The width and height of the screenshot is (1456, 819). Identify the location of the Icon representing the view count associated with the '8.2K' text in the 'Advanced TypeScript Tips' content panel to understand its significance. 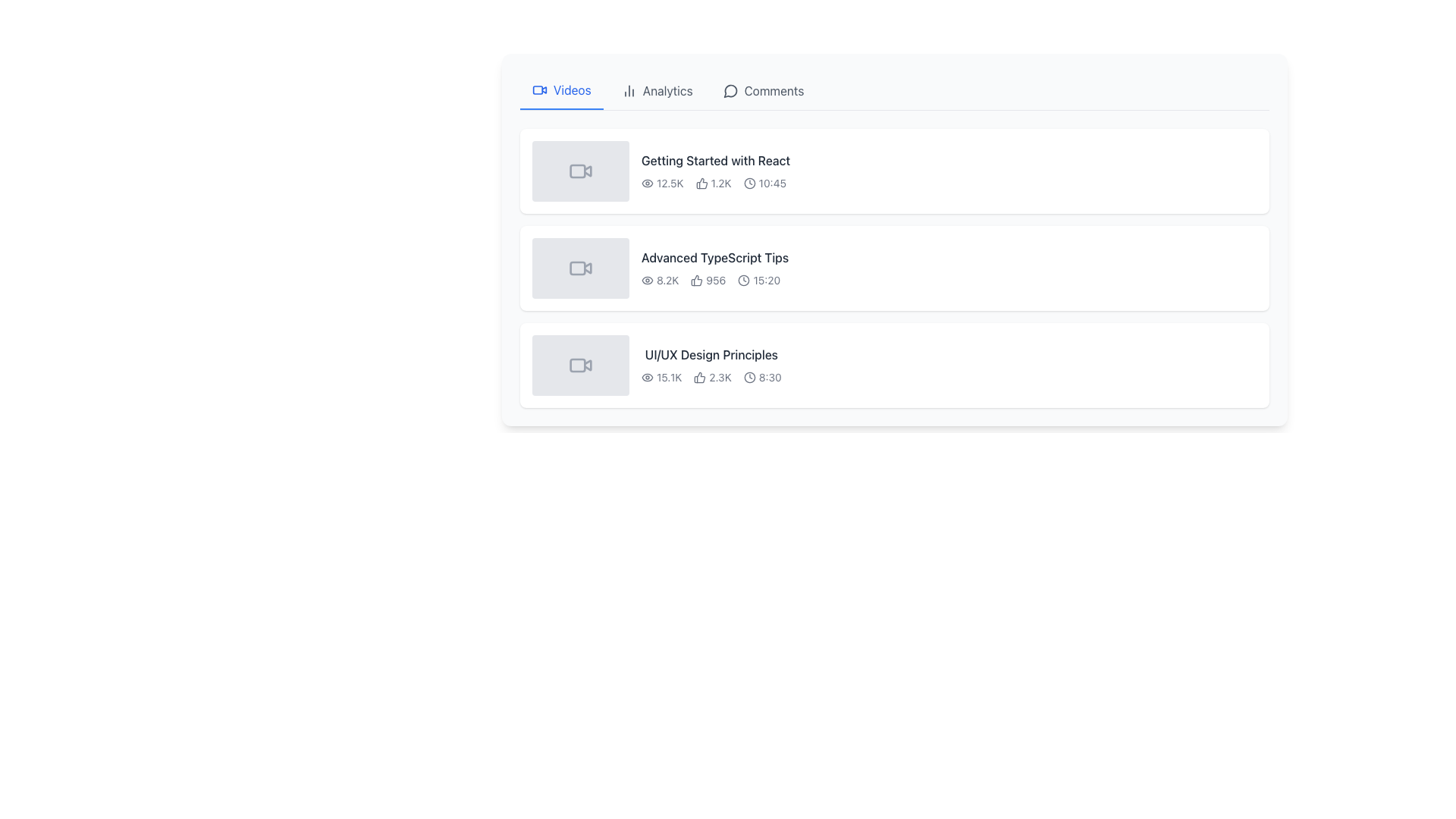
(648, 281).